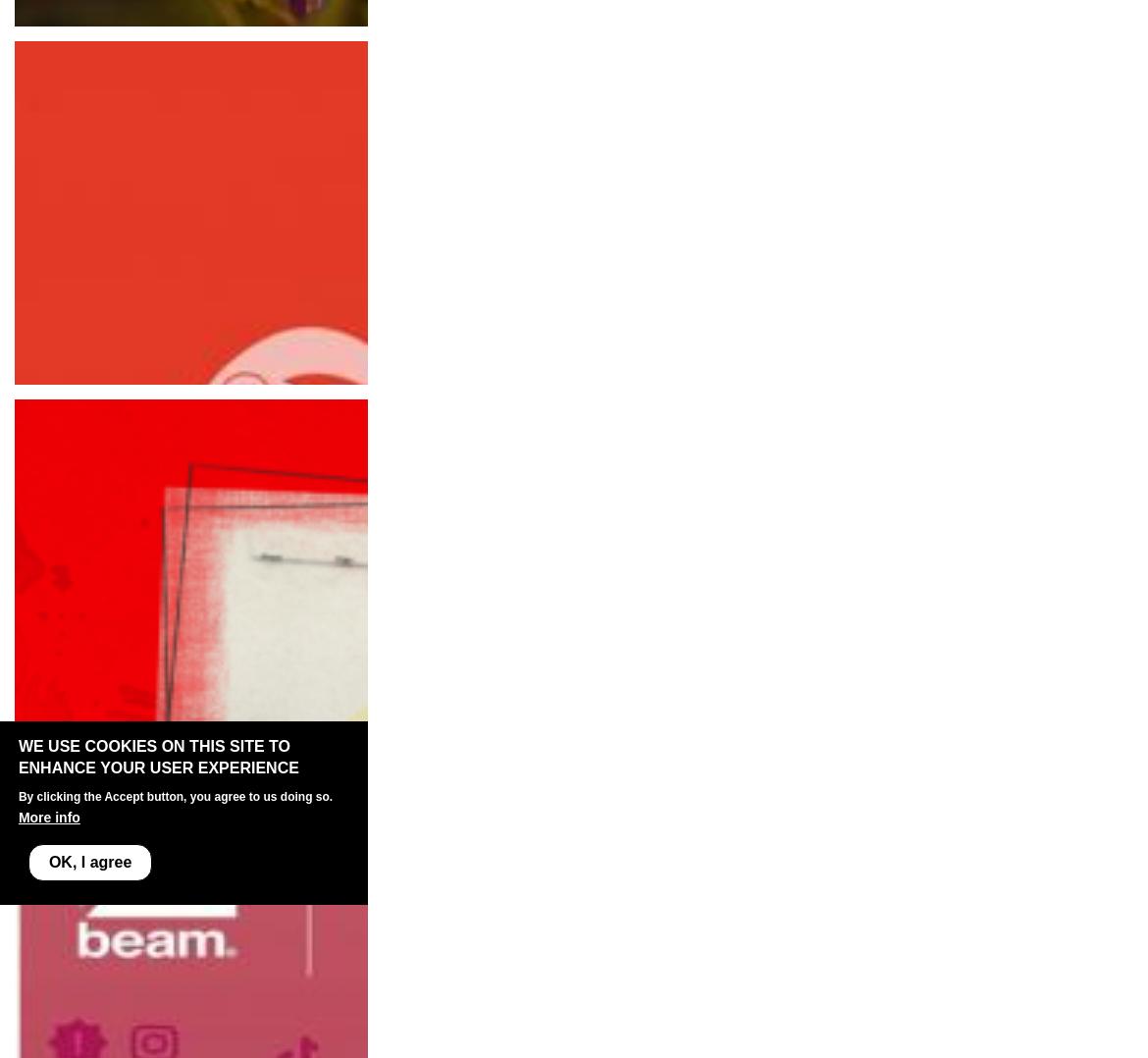 The image size is (1148, 1058). I want to click on 'Thursday, March 02, 2023', so click(106, 382).